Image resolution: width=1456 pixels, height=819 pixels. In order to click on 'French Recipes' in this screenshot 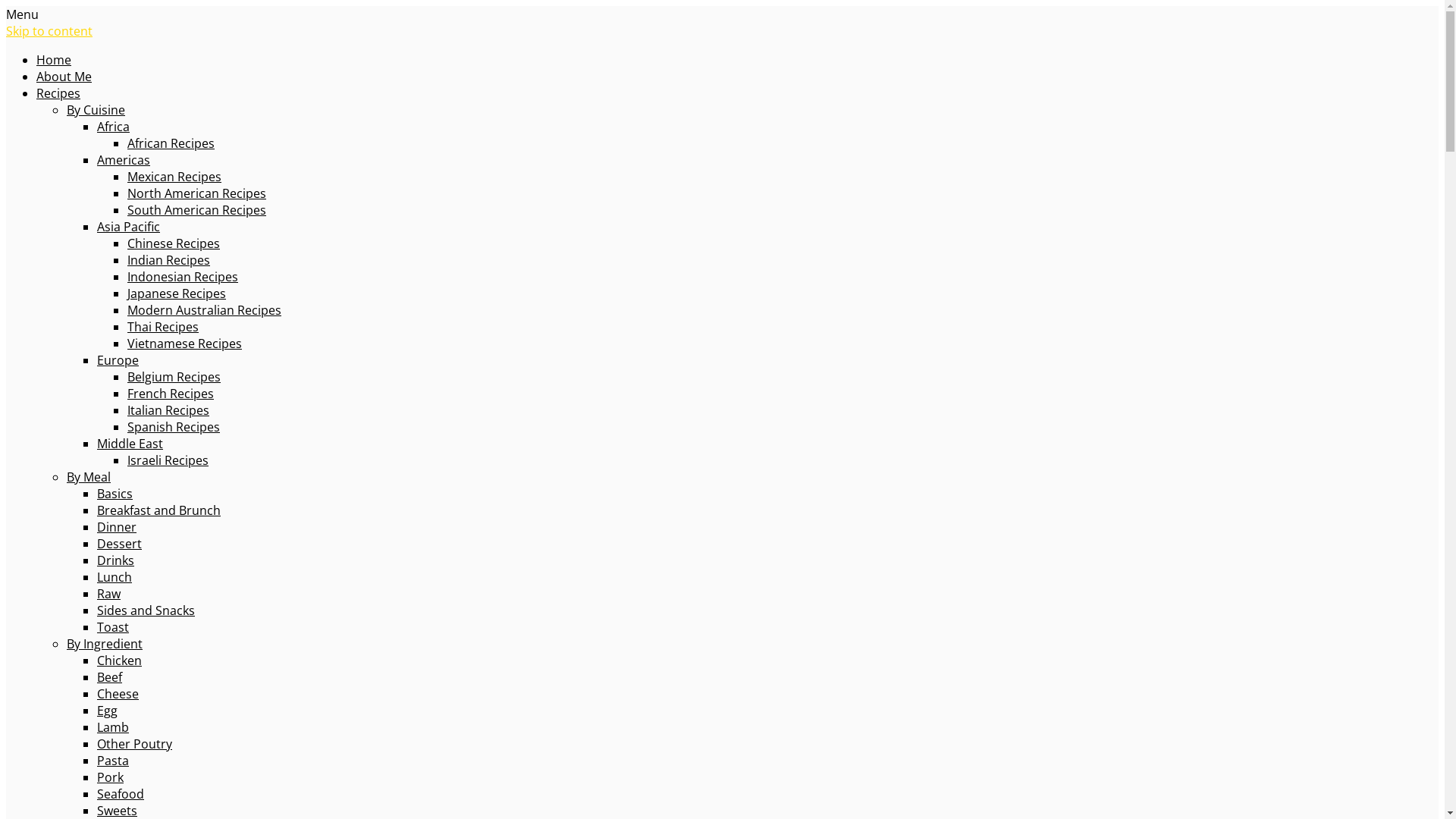, I will do `click(171, 393)`.